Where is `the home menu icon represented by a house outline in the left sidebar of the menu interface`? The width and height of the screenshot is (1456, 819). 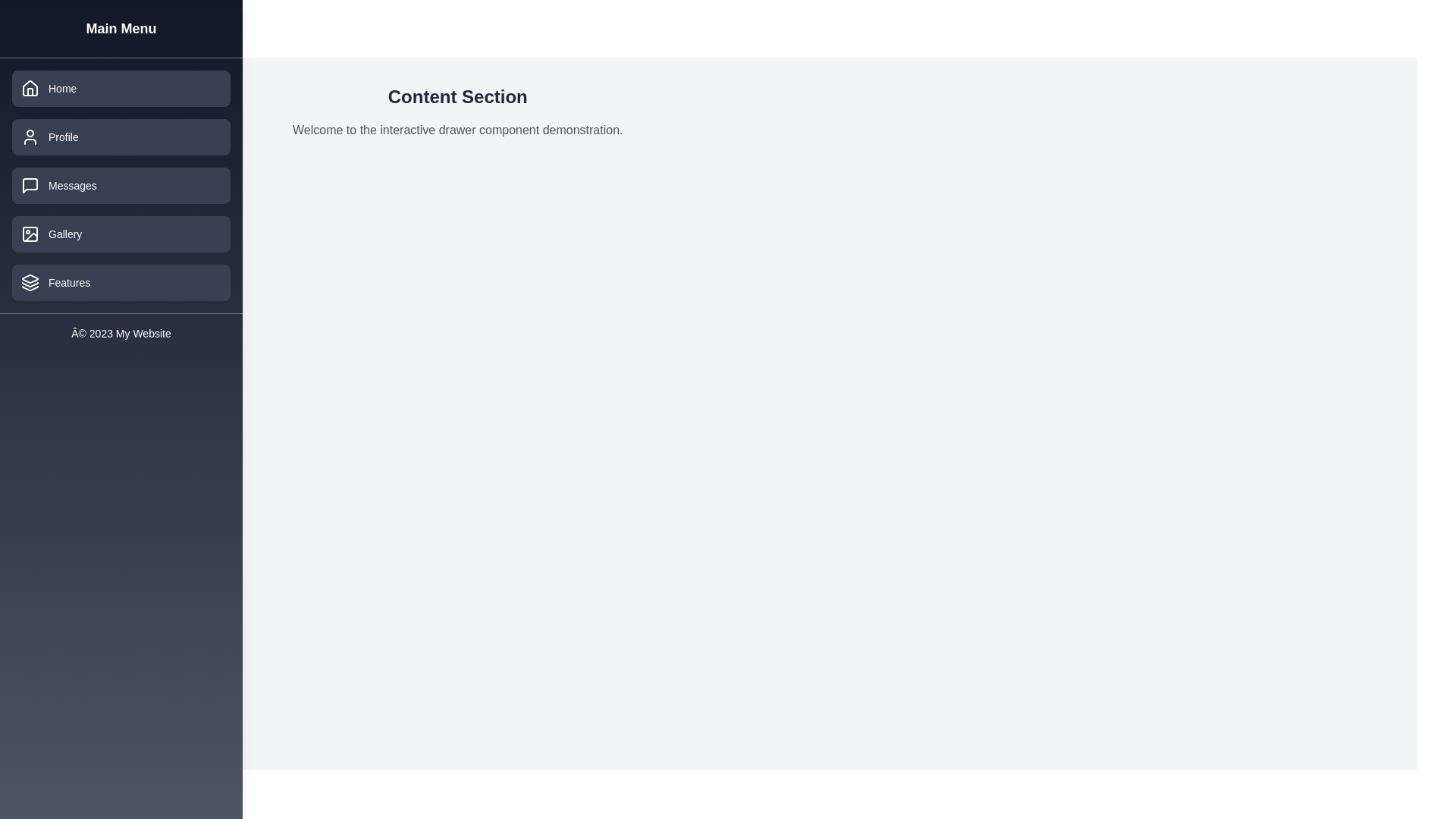 the home menu icon represented by a house outline in the left sidebar of the menu interface is located at coordinates (30, 87).